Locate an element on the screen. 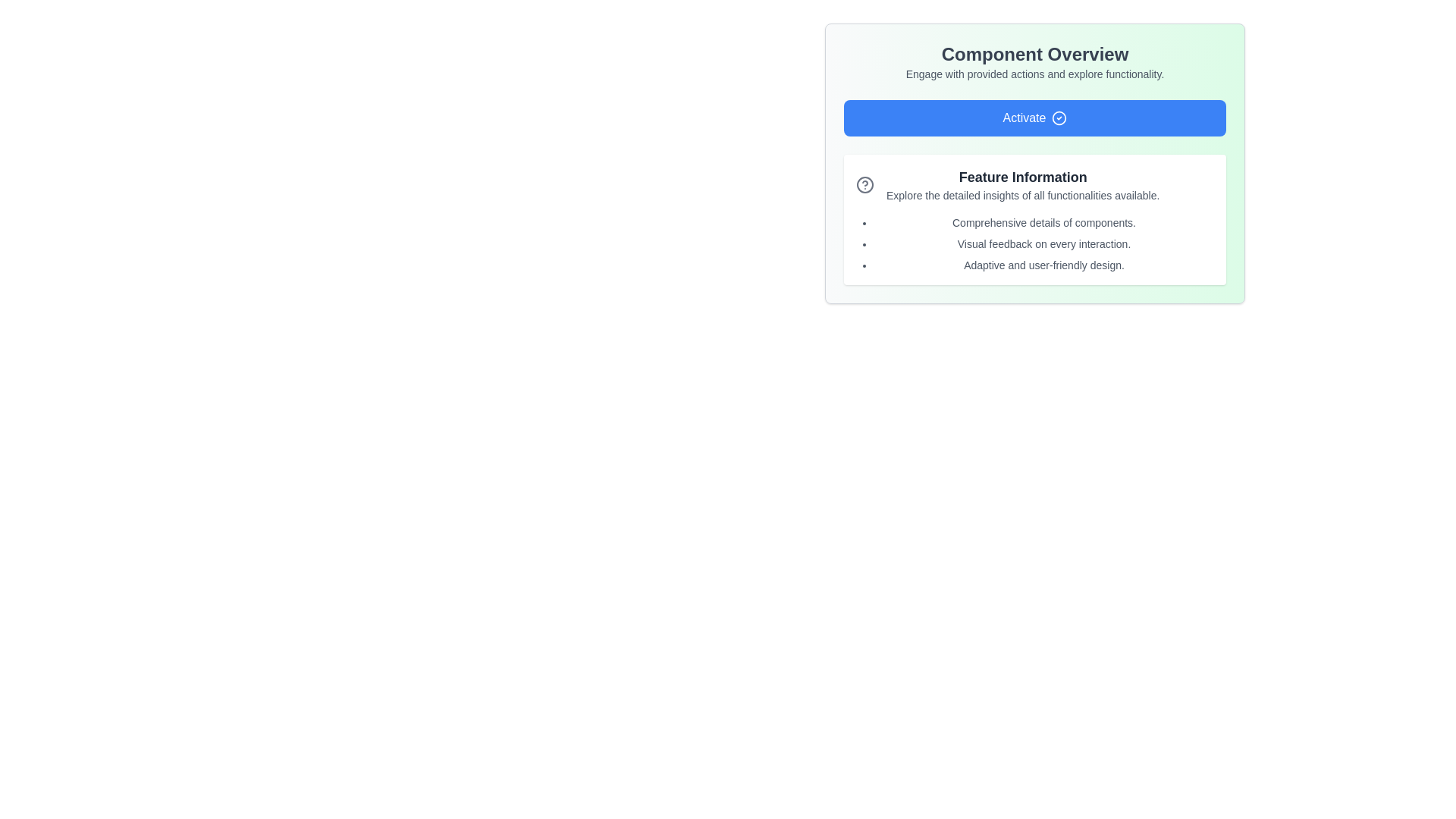 This screenshot has width=1456, height=819. the help icon located at the far left of the 'Feature Information' box, adjacent to the text 'Explore the detailed insights of all functionalities available.' is located at coordinates (865, 184).